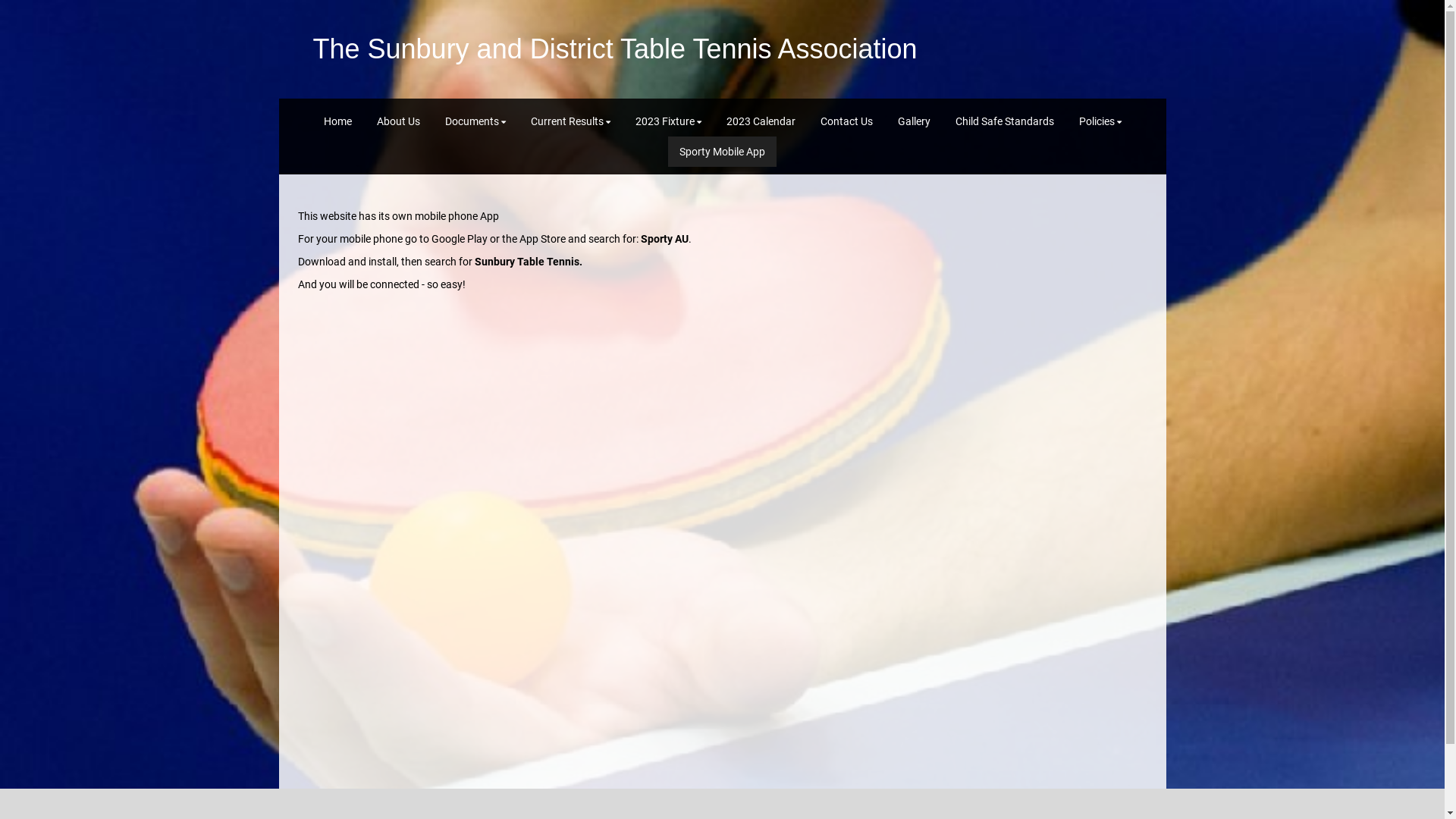  Describe the element at coordinates (1004, 120) in the screenshot. I see `'Child Safe Standards'` at that location.